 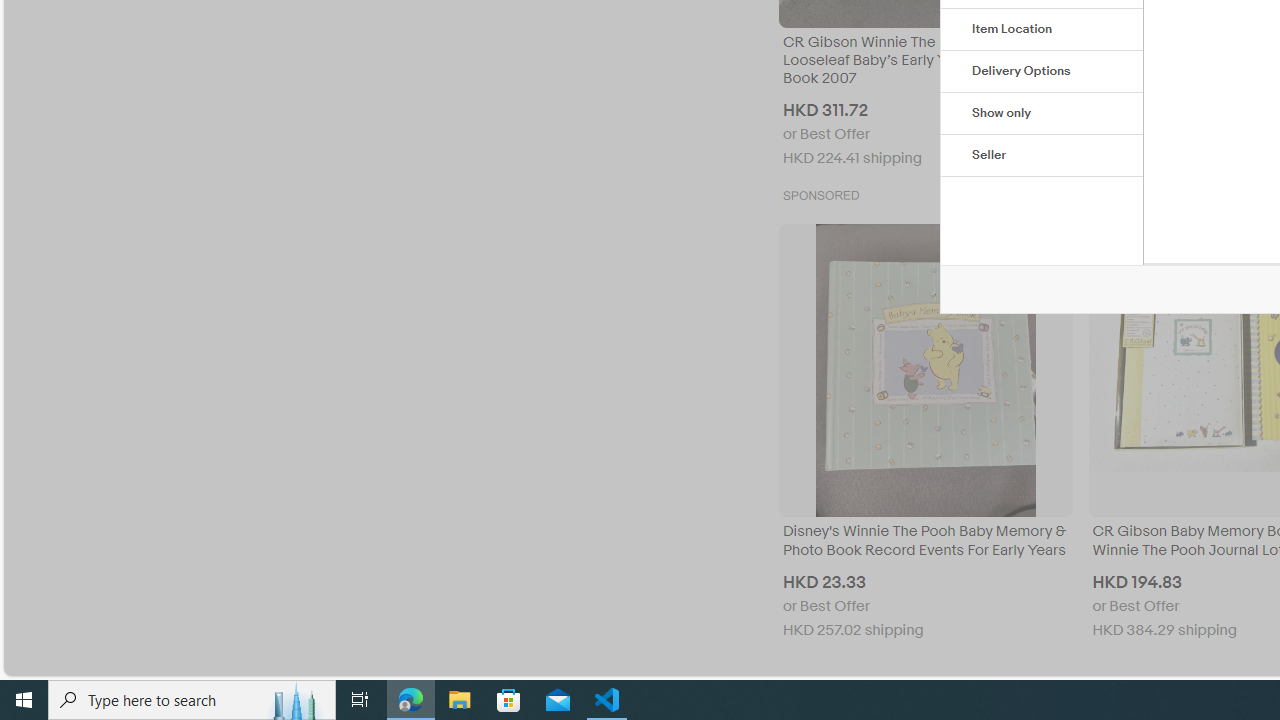 I want to click on 'Show only', so click(x=1041, y=114).